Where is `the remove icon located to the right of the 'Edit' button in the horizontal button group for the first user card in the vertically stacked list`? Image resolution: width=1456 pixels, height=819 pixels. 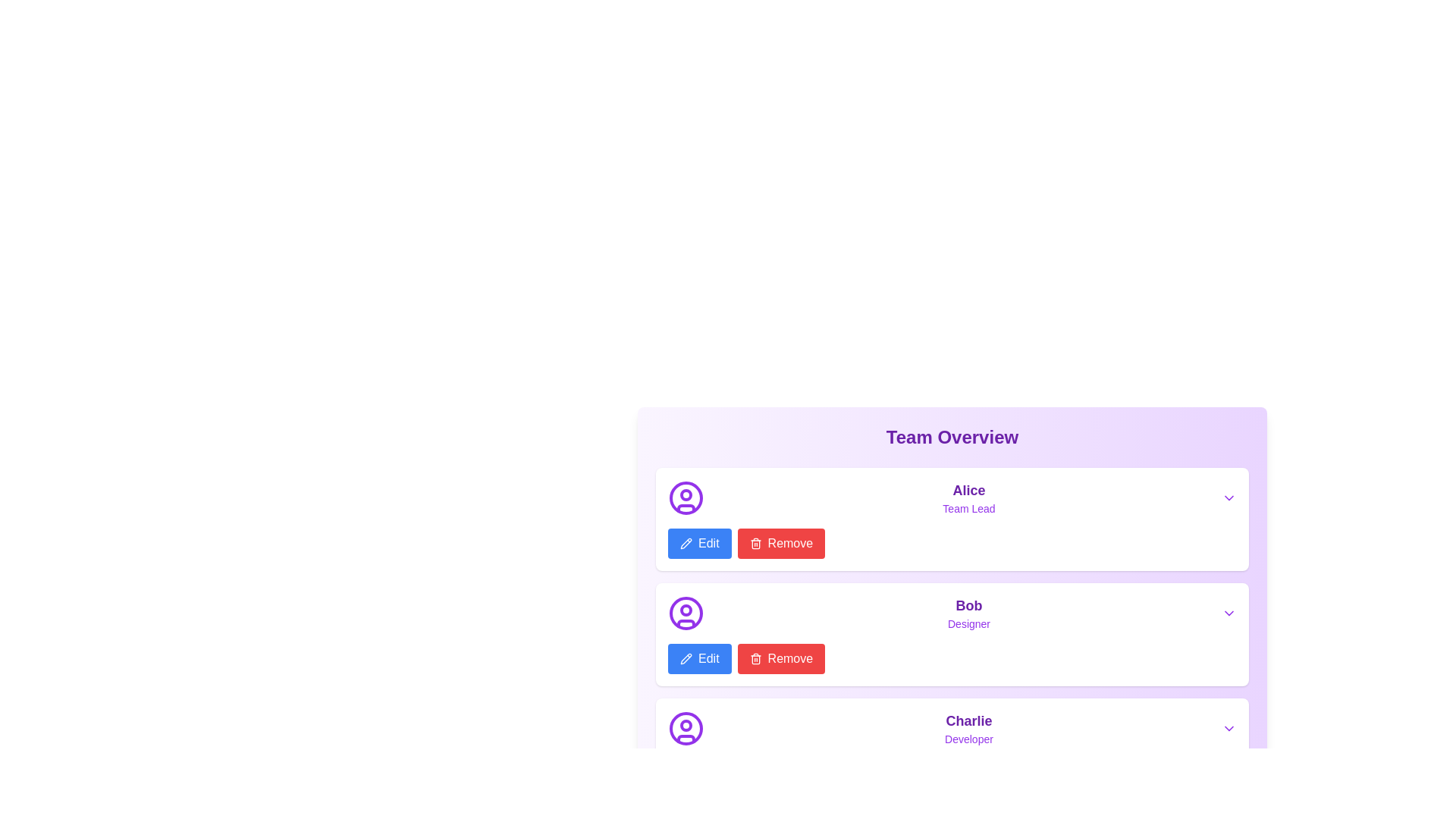 the remove icon located to the right of the 'Edit' button in the horizontal button group for the first user card in the vertically stacked list is located at coordinates (755, 543).